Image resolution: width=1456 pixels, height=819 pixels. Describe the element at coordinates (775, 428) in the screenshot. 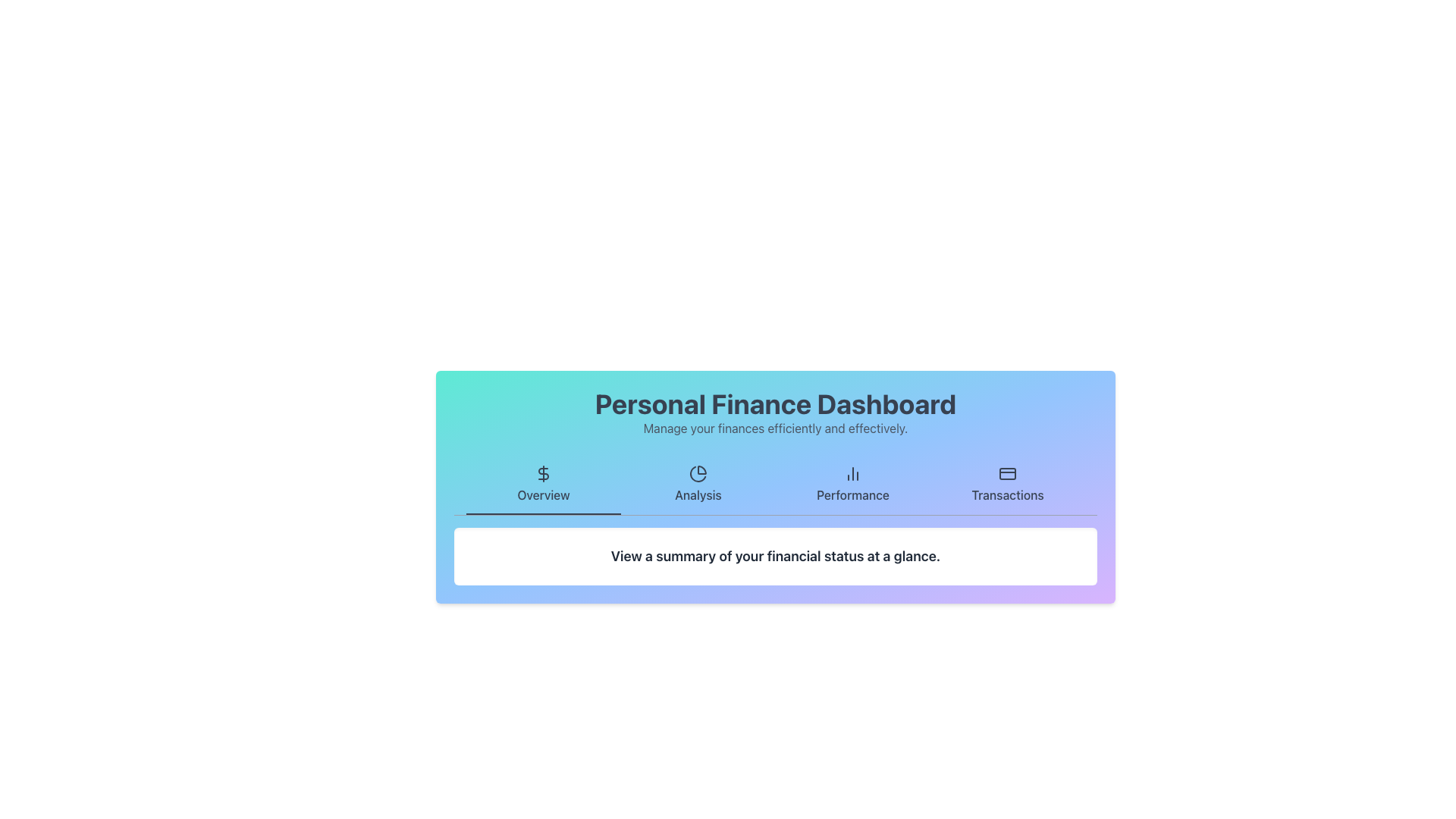

I see `text label displaying 'Manage your finances efficiently and effectively.' which is located beneath the header 'Personal Finance Dashboard'` at that location.